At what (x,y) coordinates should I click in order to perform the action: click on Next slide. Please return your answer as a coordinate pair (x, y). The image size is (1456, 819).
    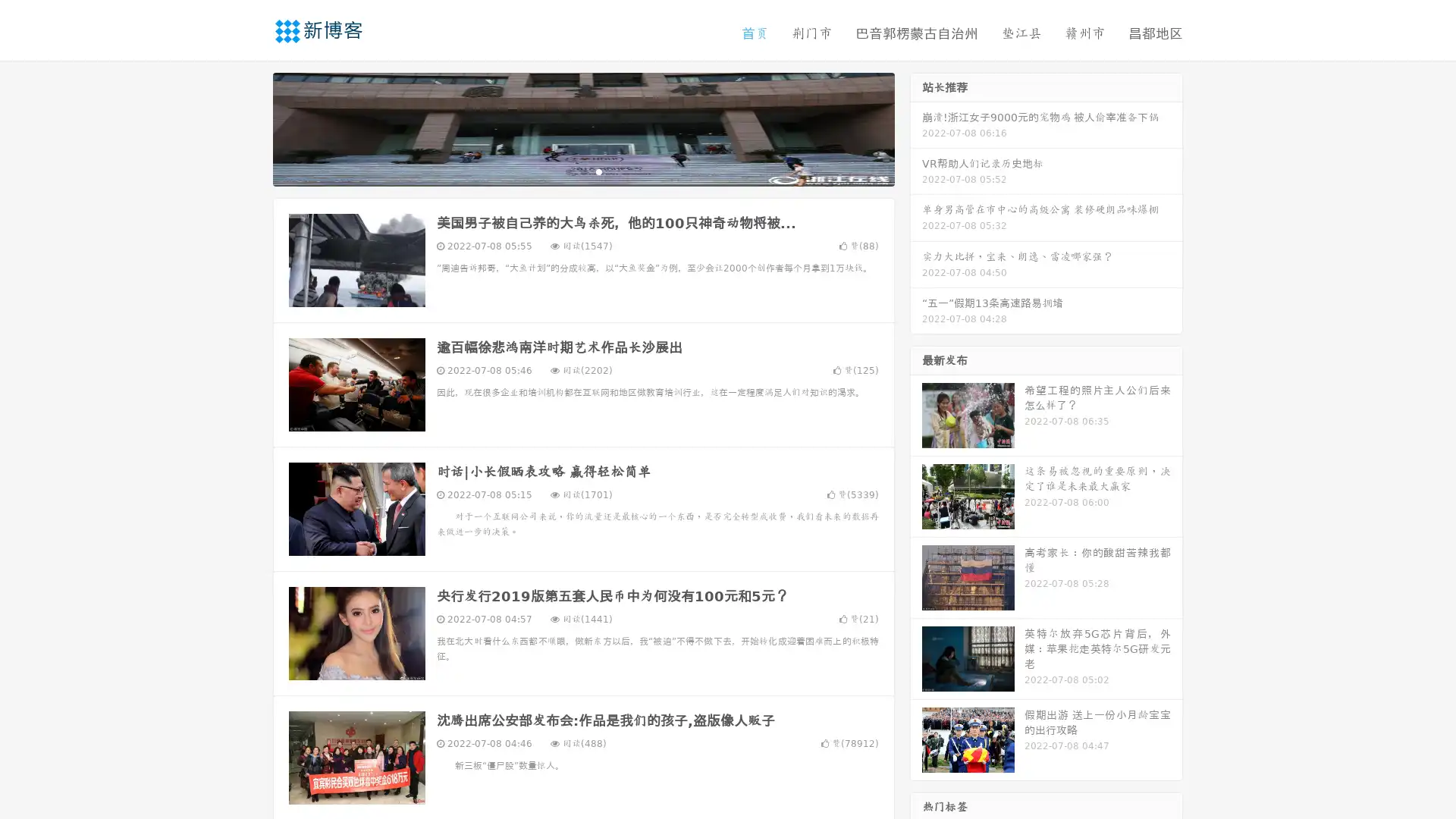
    Looking at the image, I should click on (916, 127).